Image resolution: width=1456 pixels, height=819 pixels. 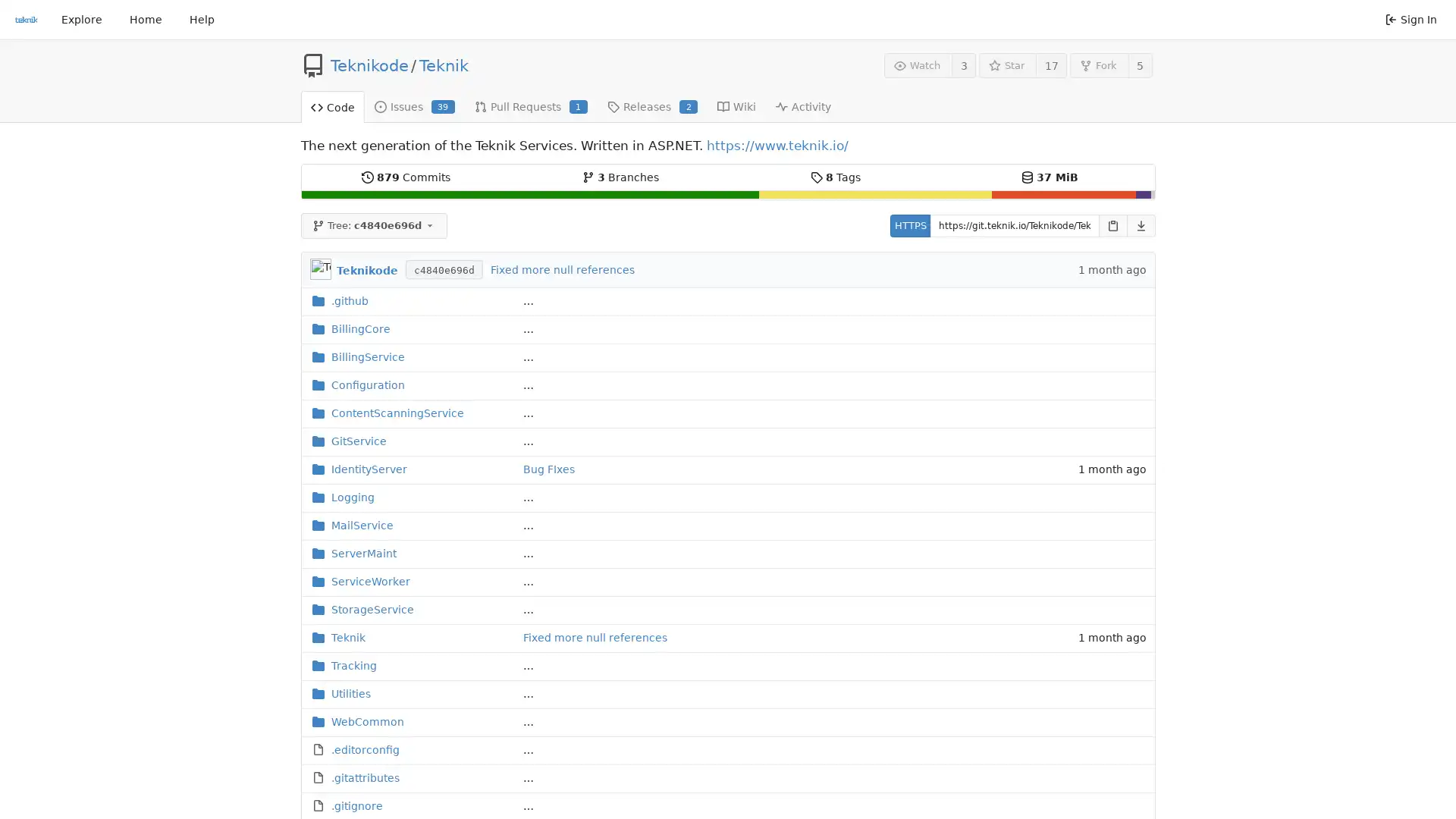 What do you see at coordinates (917, 64) in the screenshot?
I see `Watch` at bounding box center [917, 64].